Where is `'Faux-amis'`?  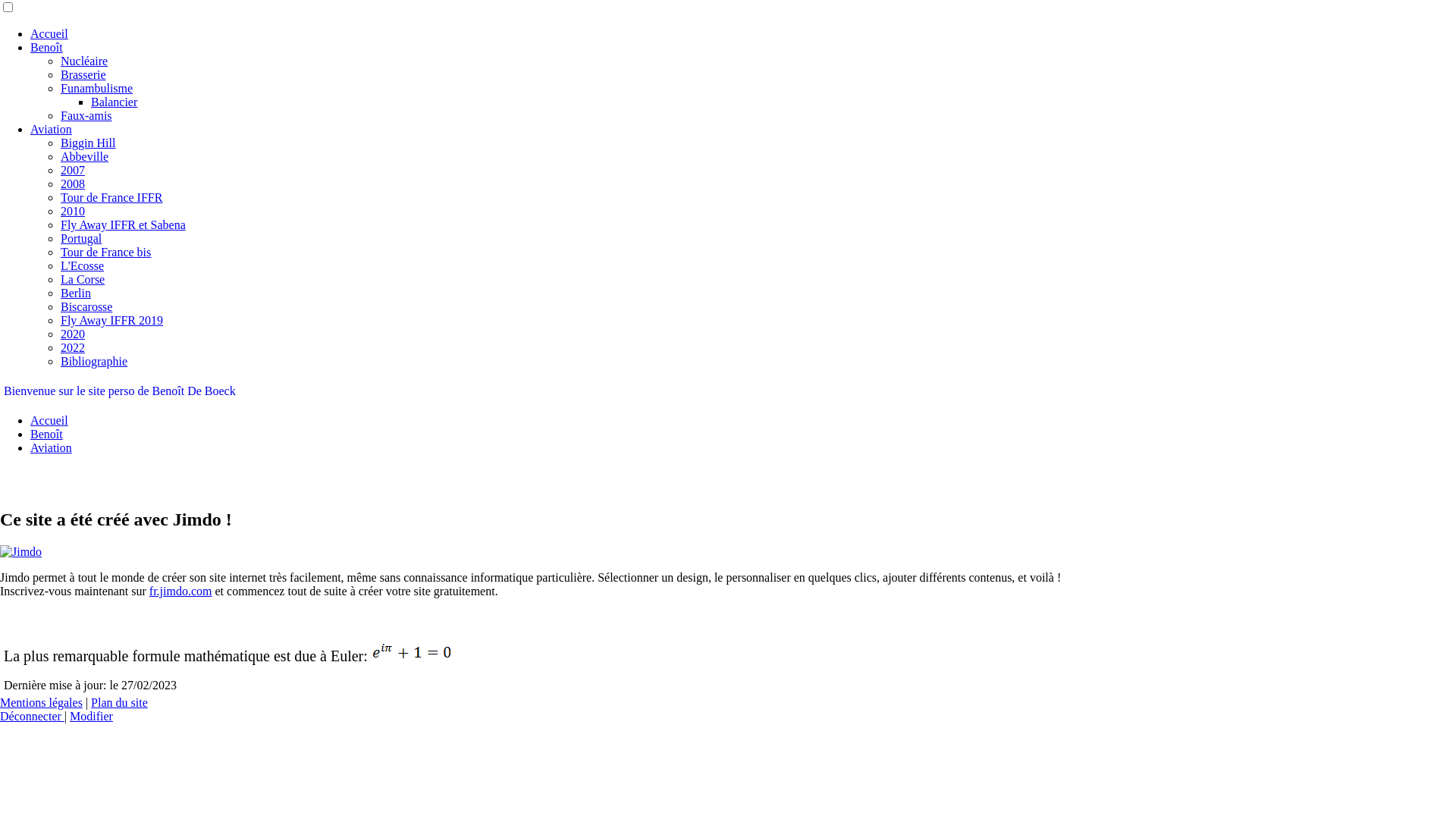
'Faux-amis' is located at coordinates (86, 115).